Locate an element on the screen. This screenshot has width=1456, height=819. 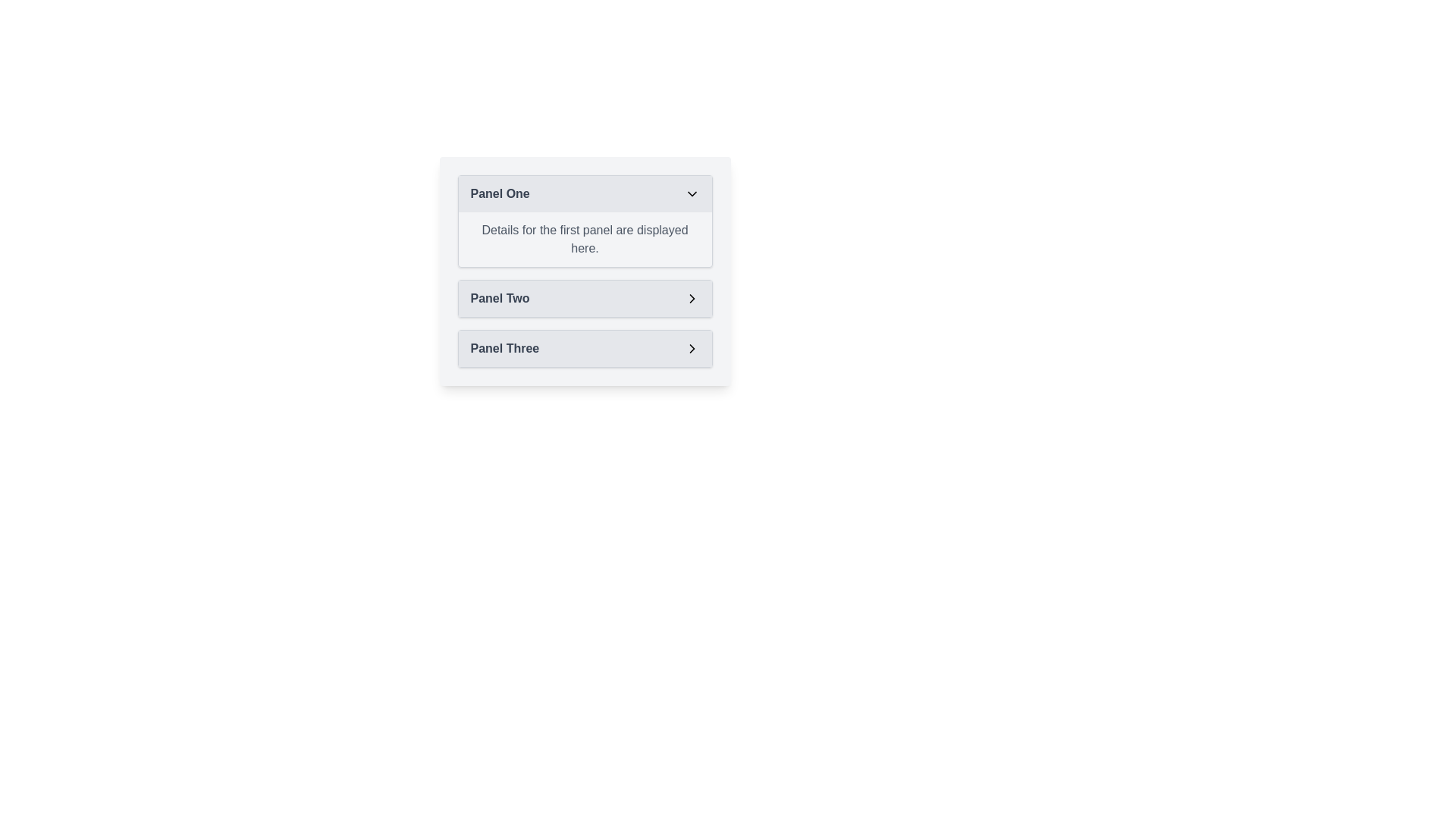
the descriptive text block located in the 'Panel One' section, positioned directly beneath the section title 'Panel One' is located at coordinates (584, 239).